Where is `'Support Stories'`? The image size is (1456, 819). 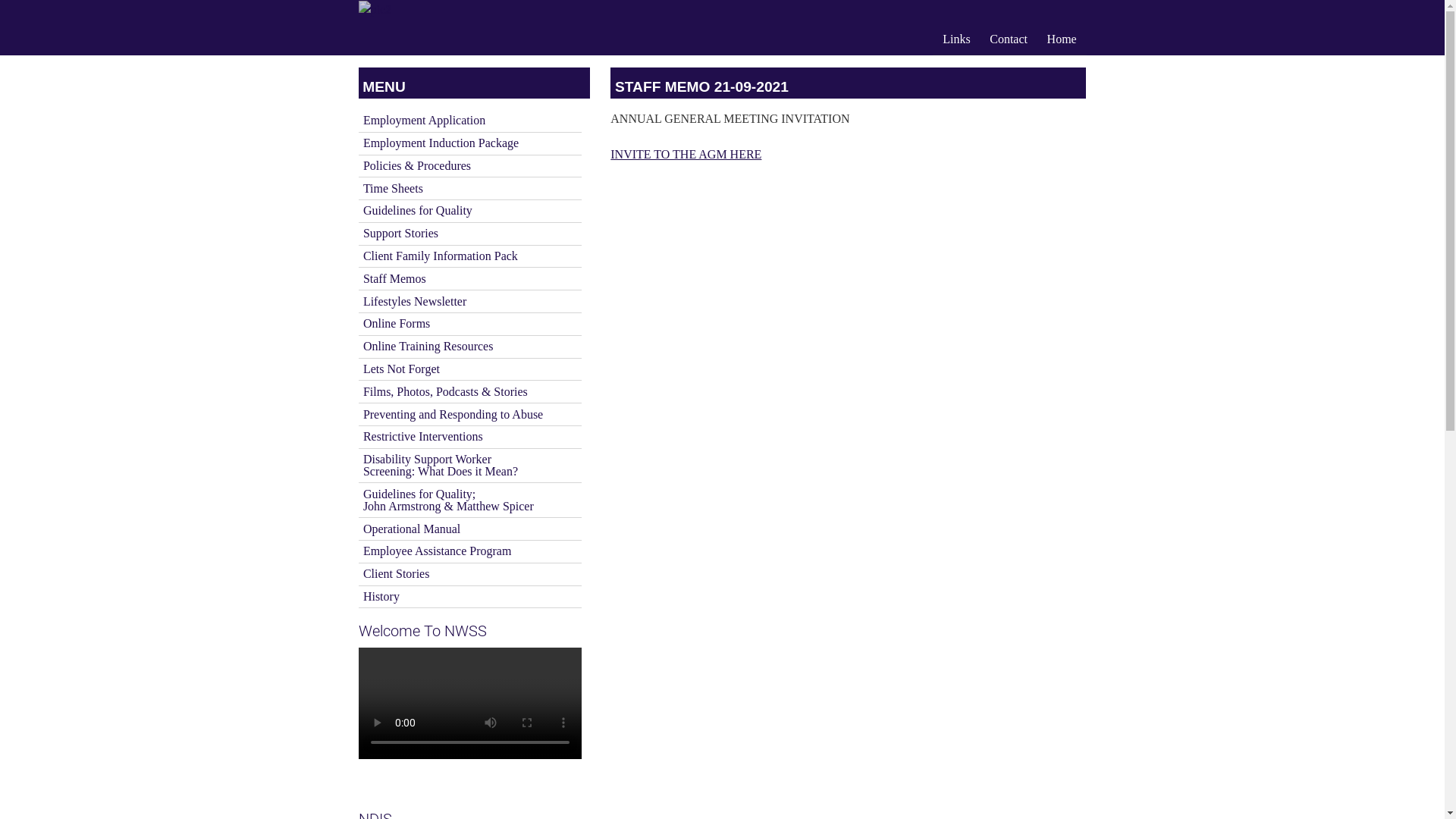
'Support Stories' is located at coordinates (469, 234).